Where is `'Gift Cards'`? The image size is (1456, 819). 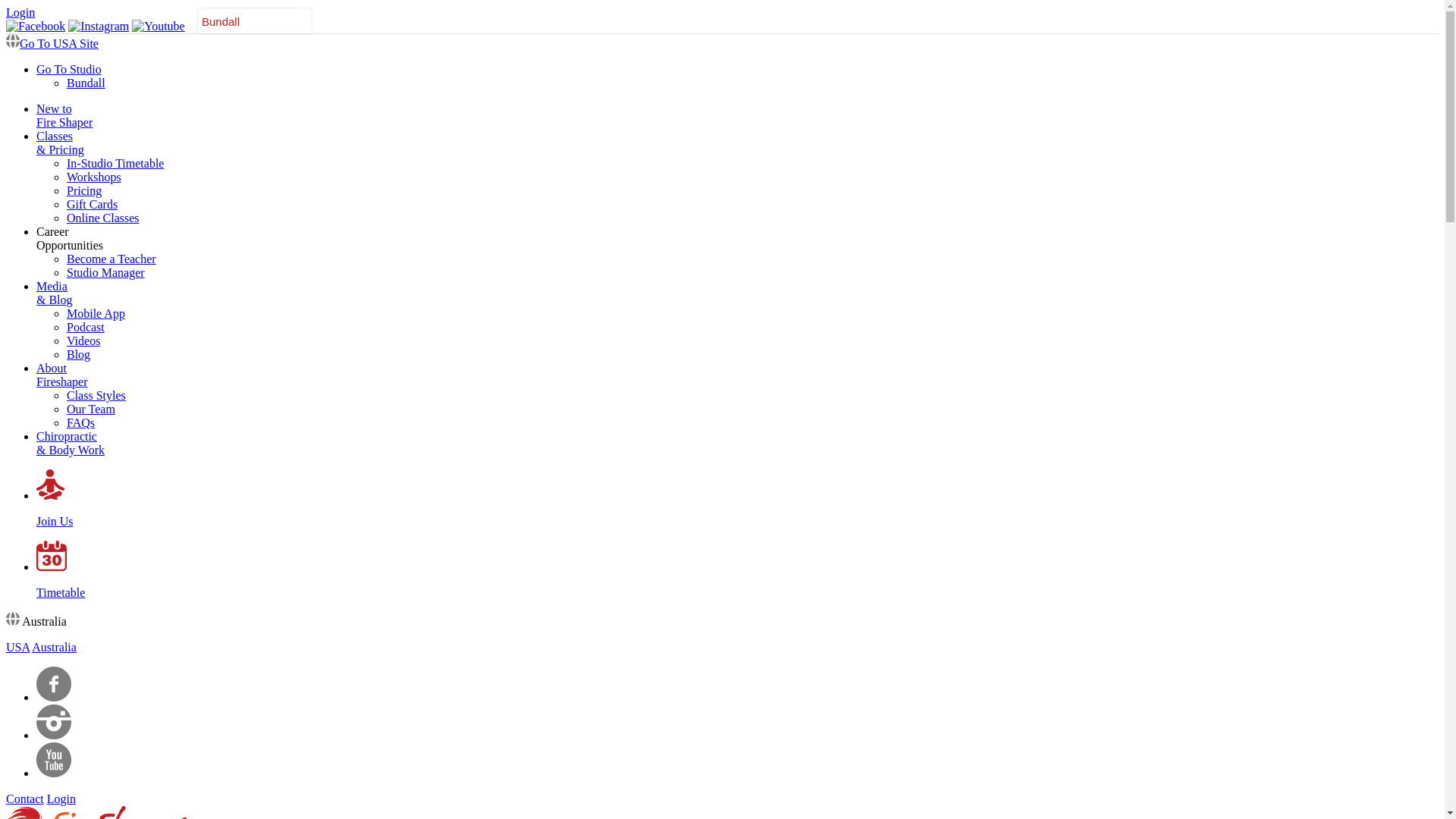 'Gift Cards' is located at coordinates (91, 203).